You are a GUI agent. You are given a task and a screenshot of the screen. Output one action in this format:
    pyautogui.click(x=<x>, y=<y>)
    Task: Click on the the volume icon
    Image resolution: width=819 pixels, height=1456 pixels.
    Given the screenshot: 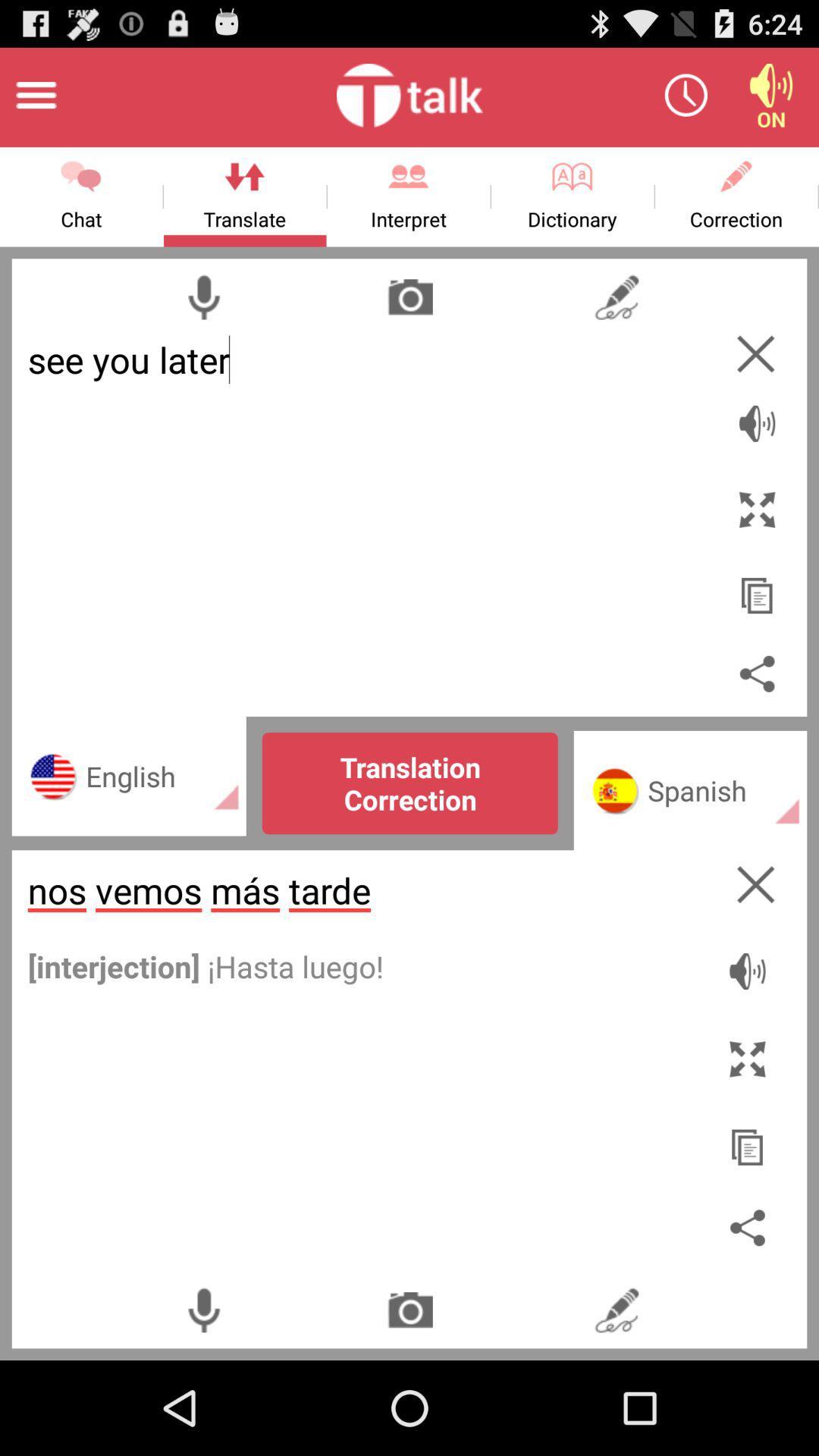 What is the action you would take?
    pyautogui.click(x=771, y=101)
    